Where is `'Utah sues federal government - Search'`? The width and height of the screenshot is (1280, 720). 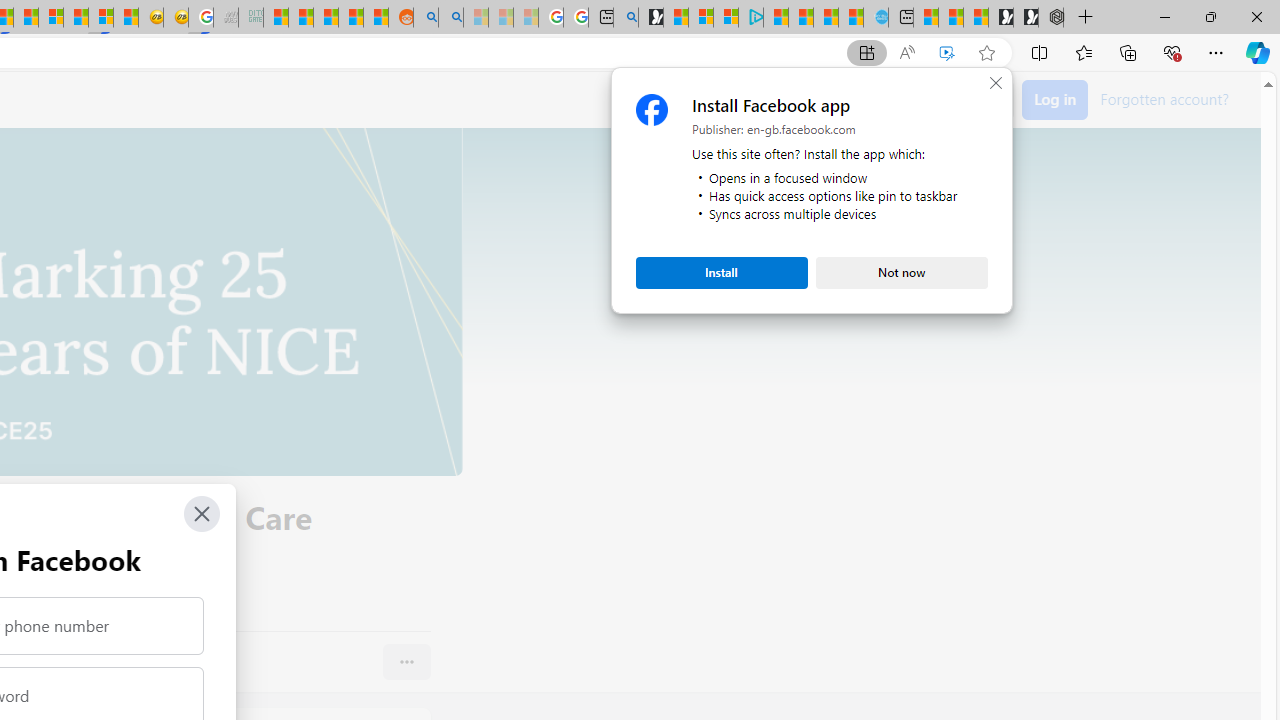
'Utah sues federal government - Search' is located at coordinates (450, 17).